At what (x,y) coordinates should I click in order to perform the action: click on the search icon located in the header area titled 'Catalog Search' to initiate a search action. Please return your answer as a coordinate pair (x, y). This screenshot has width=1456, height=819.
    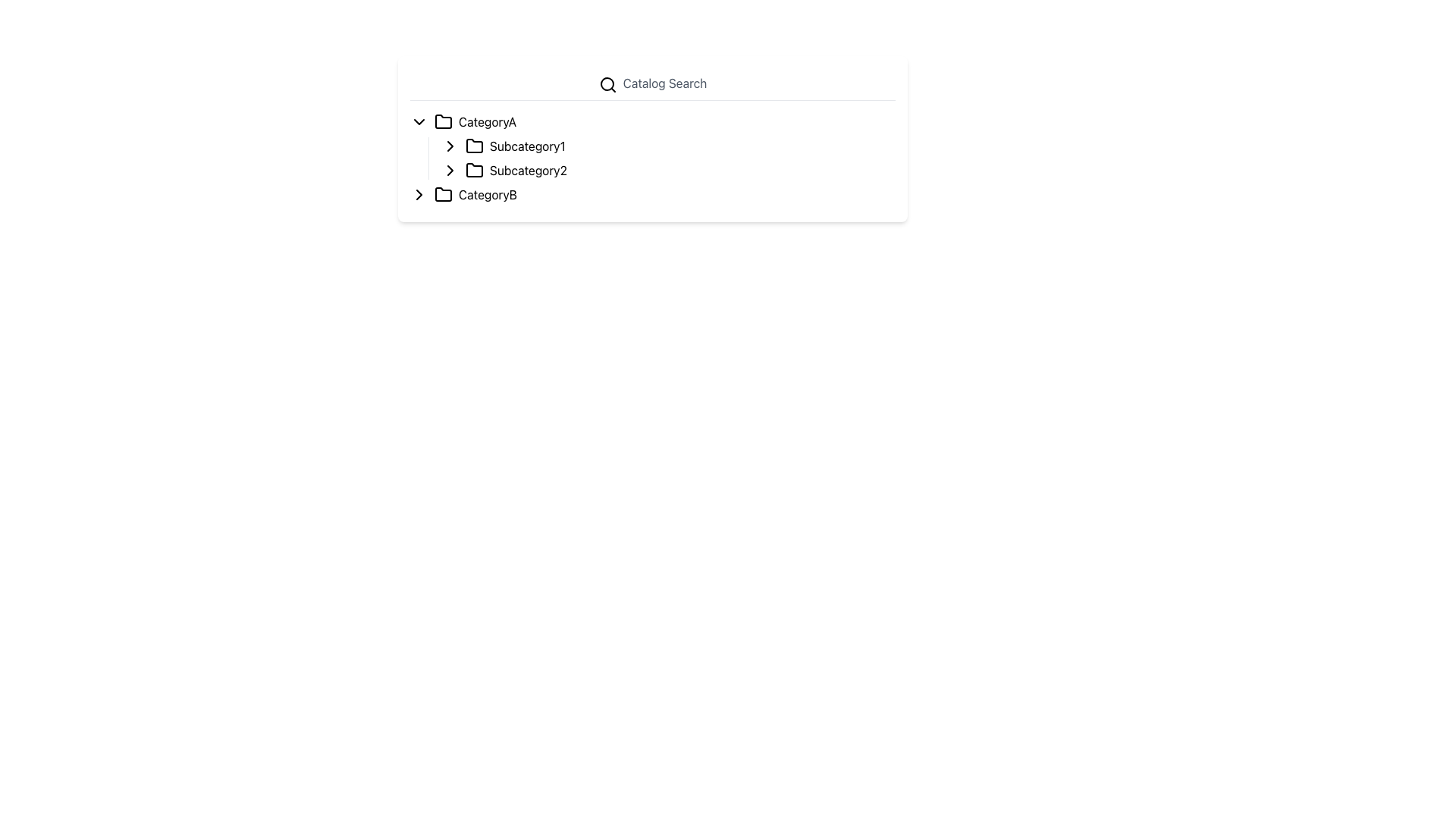
    Looking at the image, I should click on (607, 84).